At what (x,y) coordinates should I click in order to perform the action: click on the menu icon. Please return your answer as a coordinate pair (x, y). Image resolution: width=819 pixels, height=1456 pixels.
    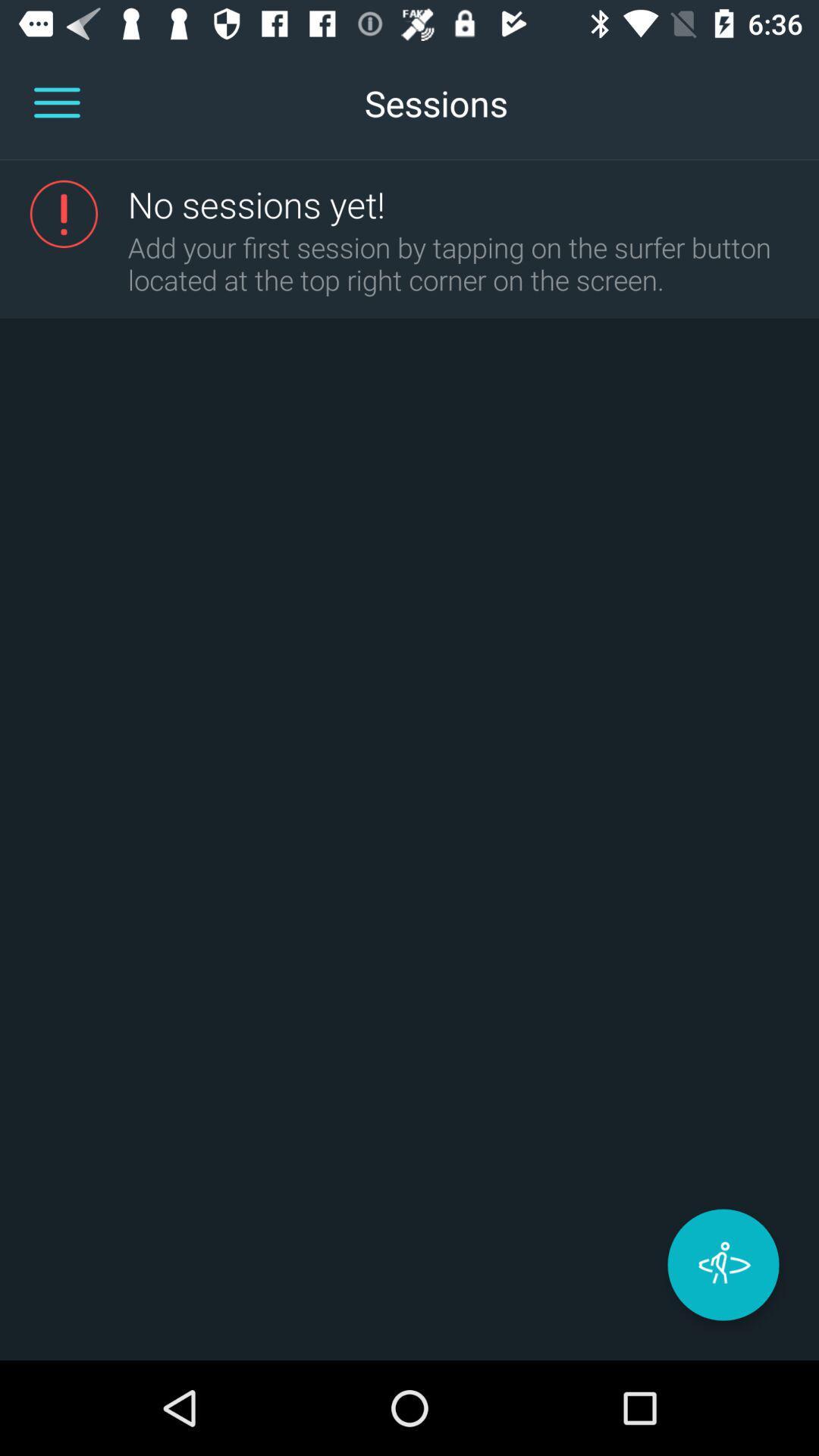
    Looking at the image, I should click on (56, 102).